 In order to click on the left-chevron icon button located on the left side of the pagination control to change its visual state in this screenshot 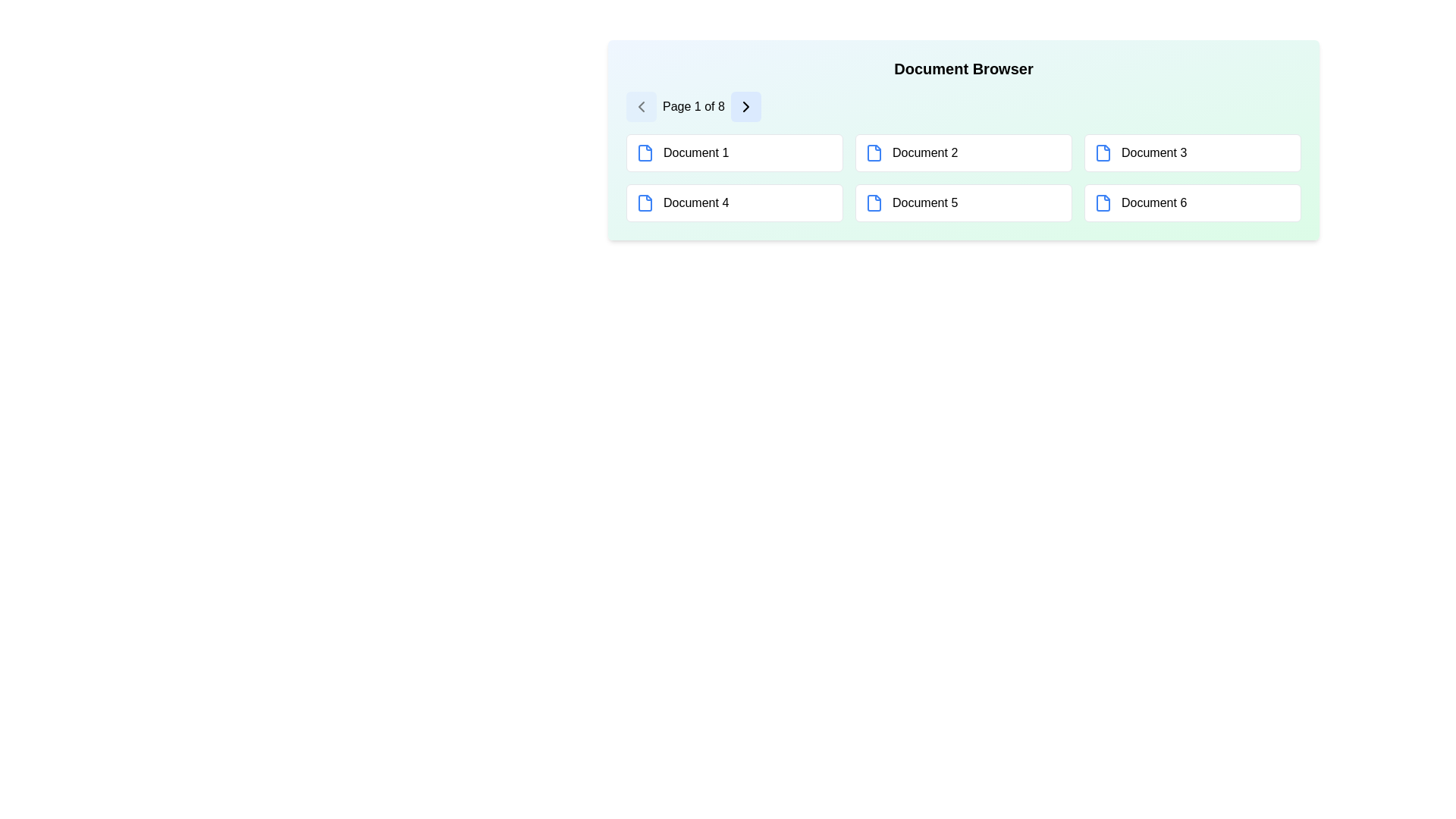, I will do `click(641, 106)`.